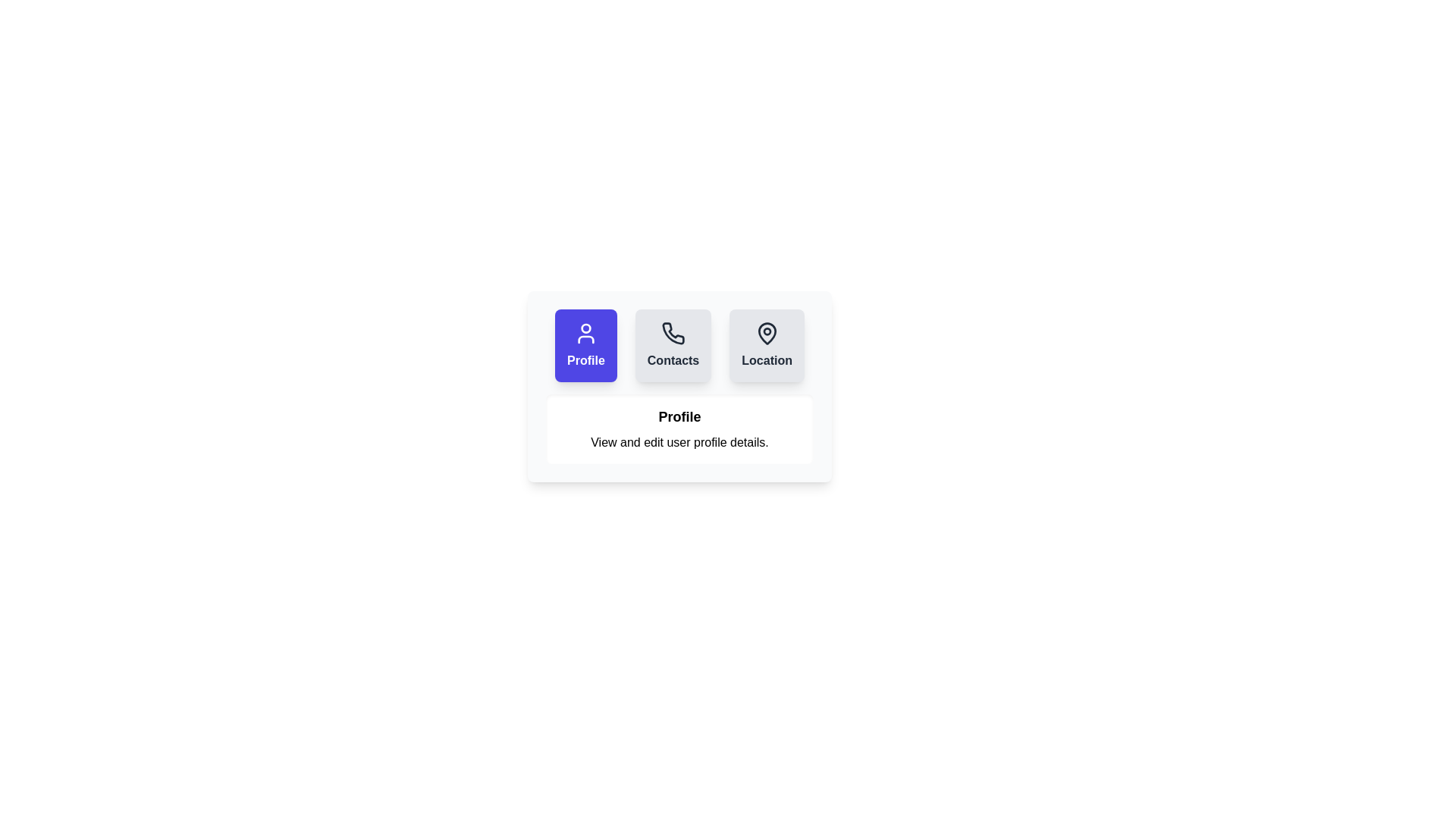 The image size is (1456, 819). Describe the element at coordinates (585, 345) in the screenshot. I see `the Profile tab by clicking its button` at that location.